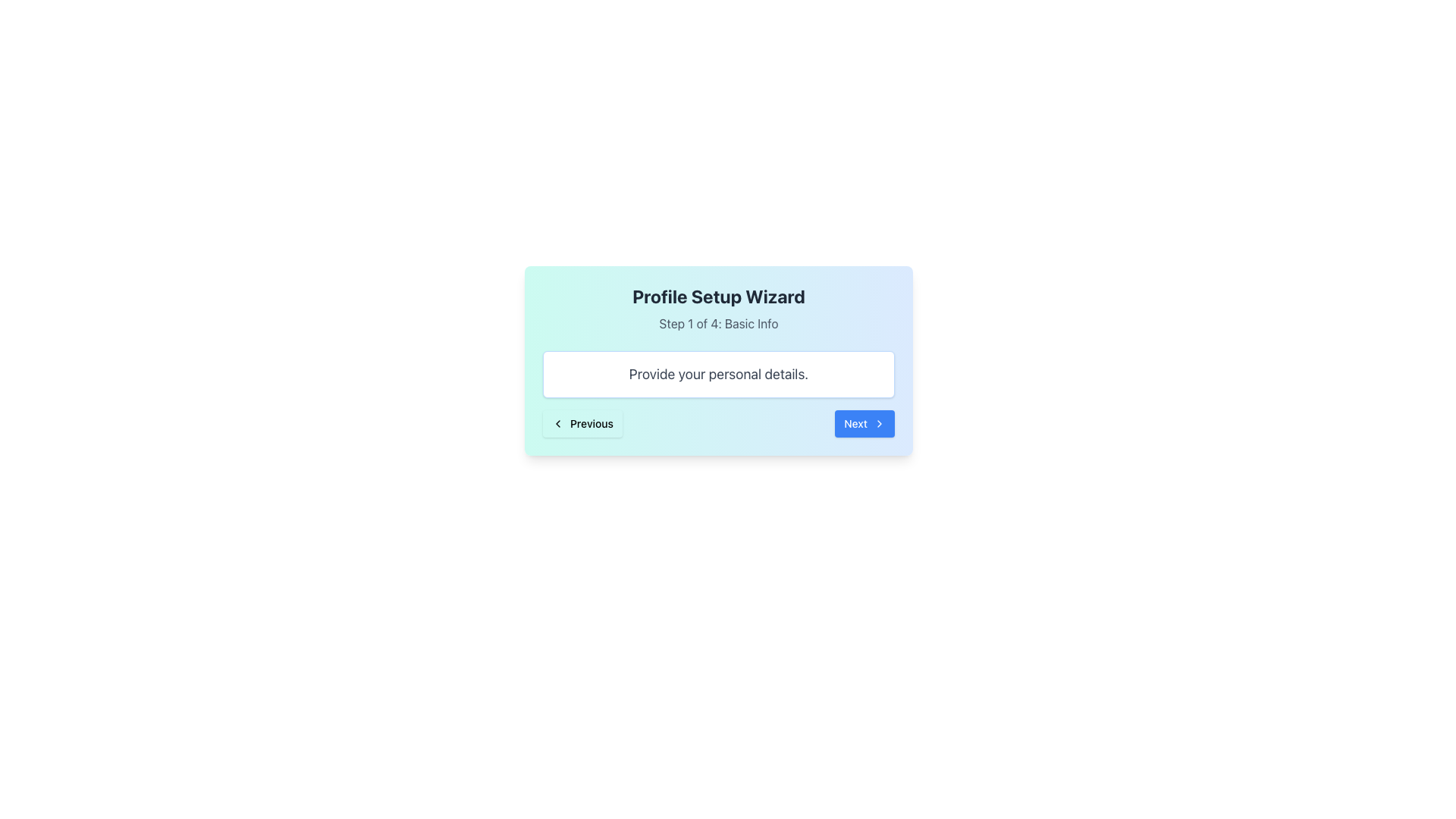 The image size is (1456, 819). I want to click on the rightward-pointing chevron icon within the blue 'Next' button located towards the bottom-right side of the interface, so click(880, 424).